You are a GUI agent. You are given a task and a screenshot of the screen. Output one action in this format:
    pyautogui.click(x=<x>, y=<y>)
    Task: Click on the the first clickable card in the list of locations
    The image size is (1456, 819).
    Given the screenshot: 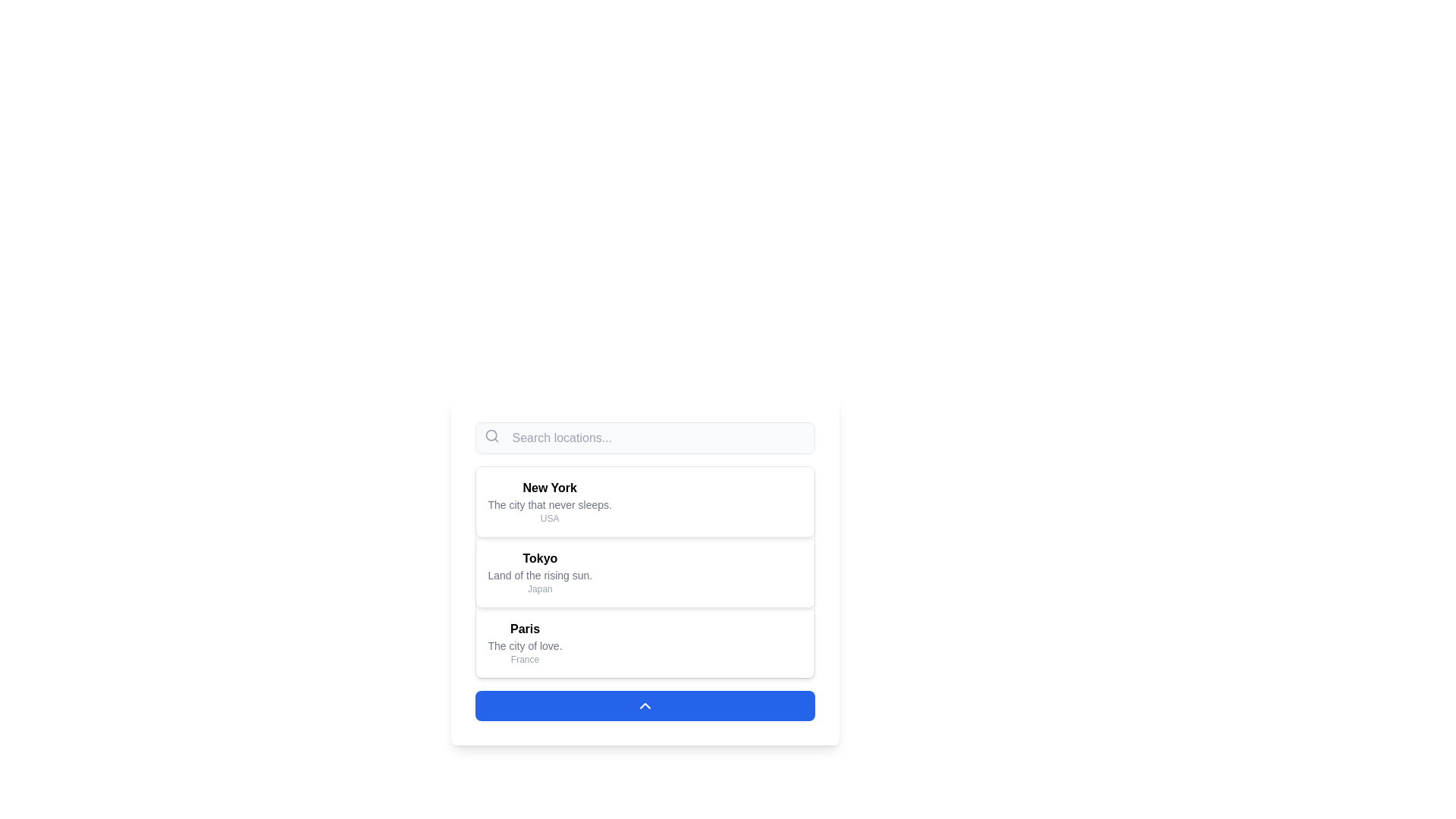 What is the action you would take?
    pyautogui.click(x=645, y=502)
    